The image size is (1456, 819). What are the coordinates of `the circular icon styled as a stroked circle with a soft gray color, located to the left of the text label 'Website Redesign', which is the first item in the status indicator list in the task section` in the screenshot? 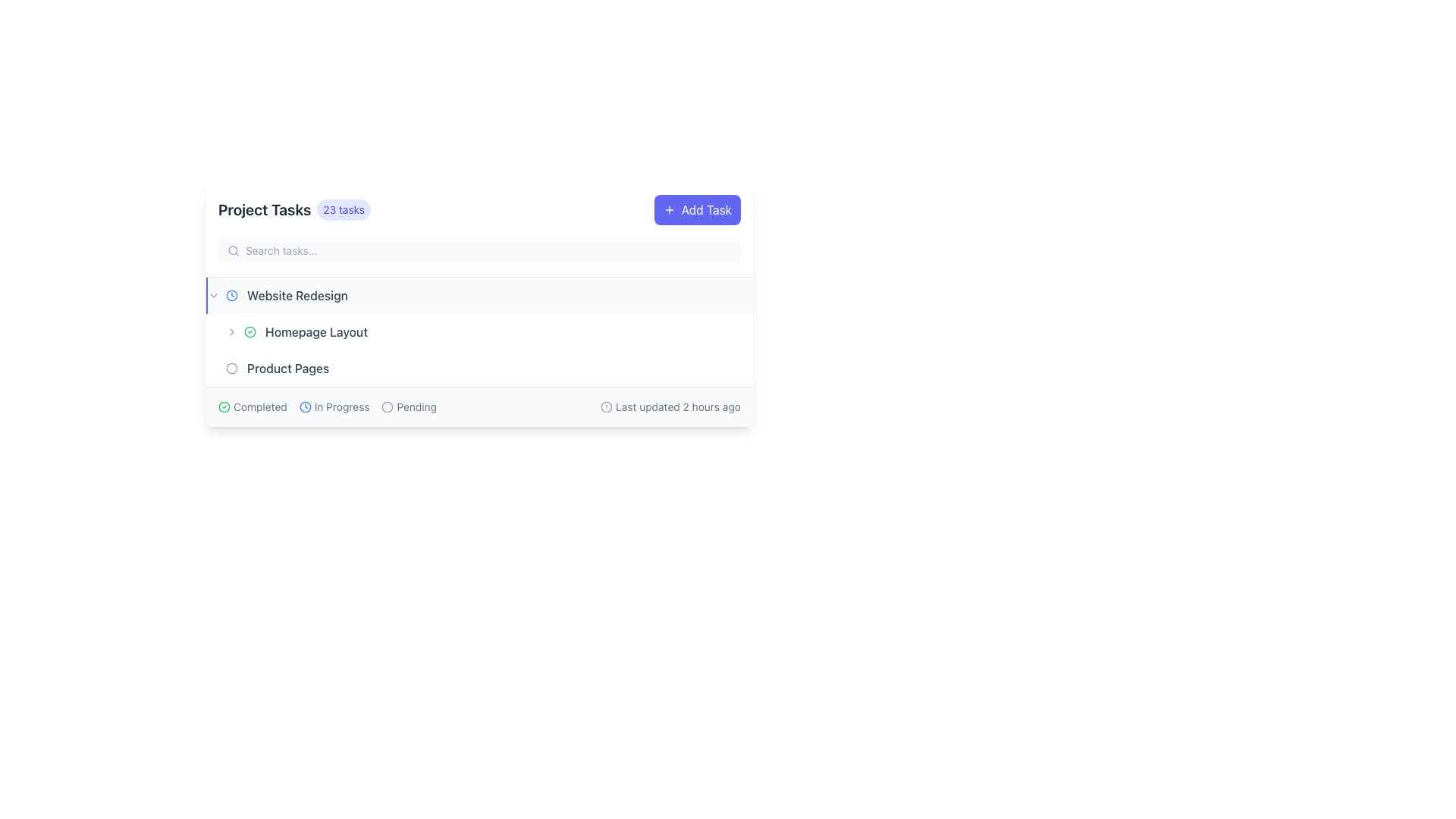 It's located at (388, 406).